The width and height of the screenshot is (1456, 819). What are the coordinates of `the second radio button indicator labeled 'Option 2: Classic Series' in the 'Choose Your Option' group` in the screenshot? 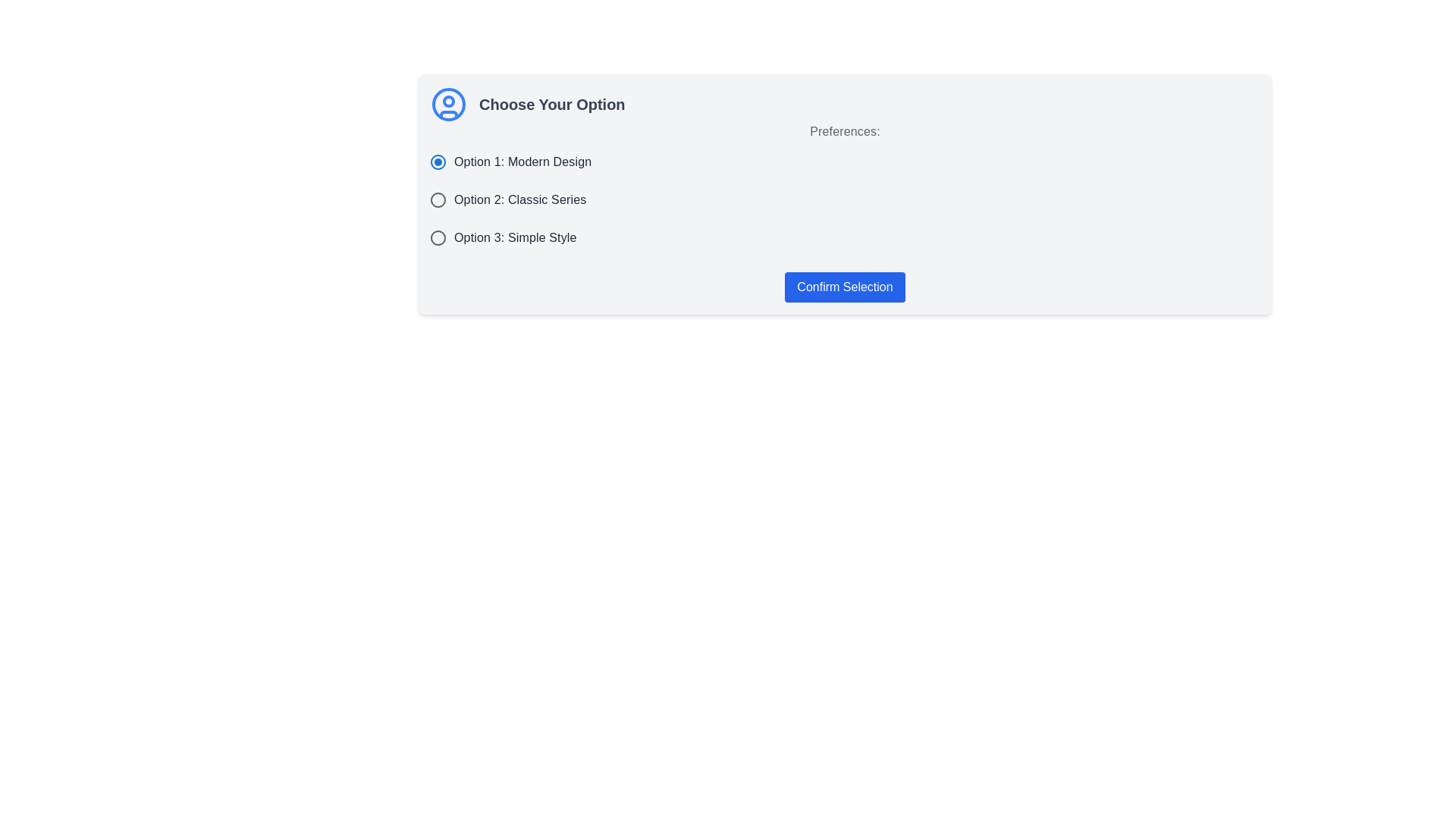 It's located at (437, 199).